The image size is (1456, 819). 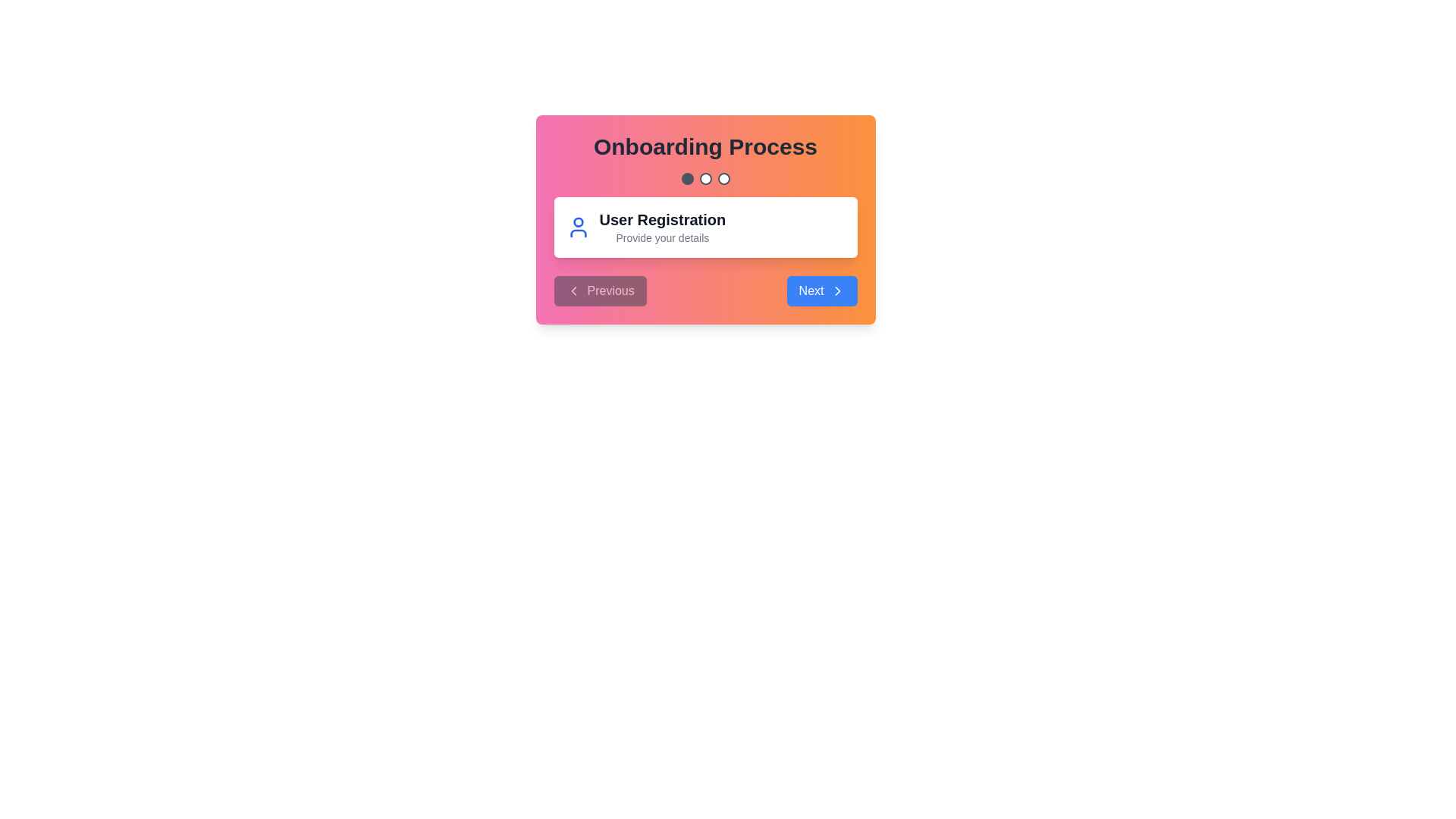 I want to click on the second circular indicator of the Progress Indicator (Step), so click(x=704, y=177).